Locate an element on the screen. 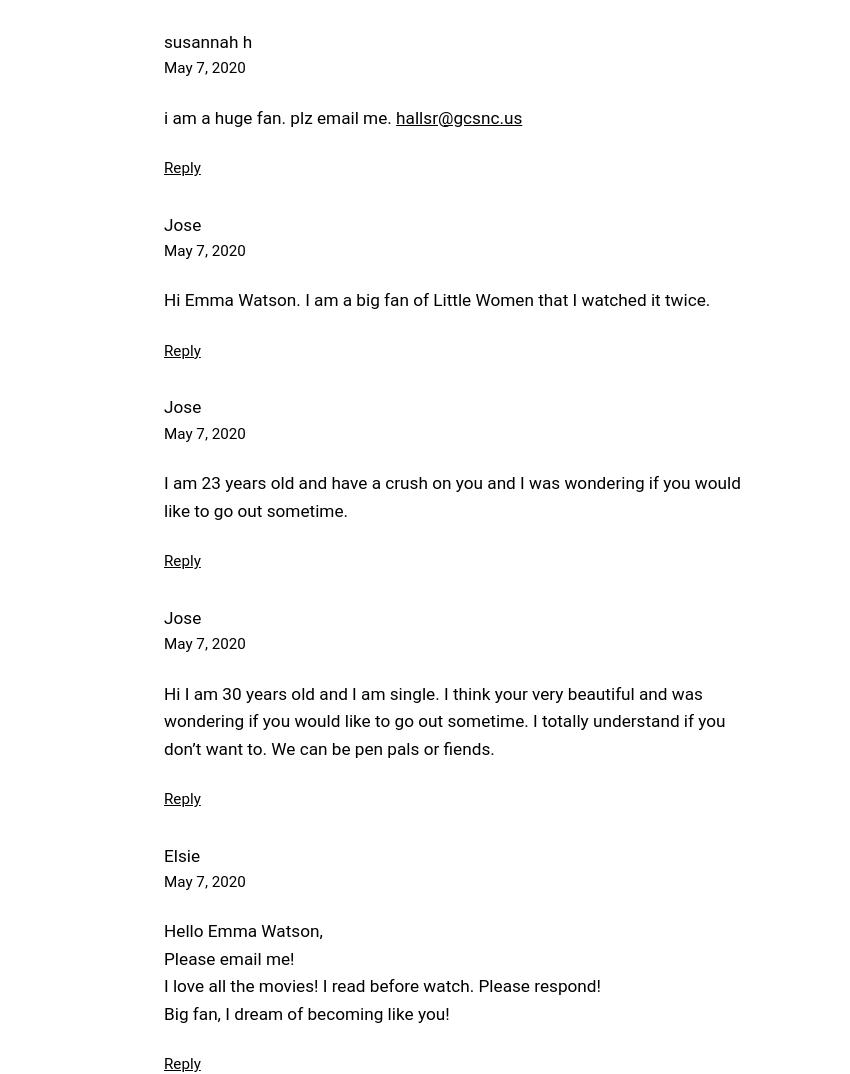 The image size is (850, 1074). 'I am 23 years old and have a crush on you and I was wondering if you would like to go out sometime.' is located at coordinates (451, 496).